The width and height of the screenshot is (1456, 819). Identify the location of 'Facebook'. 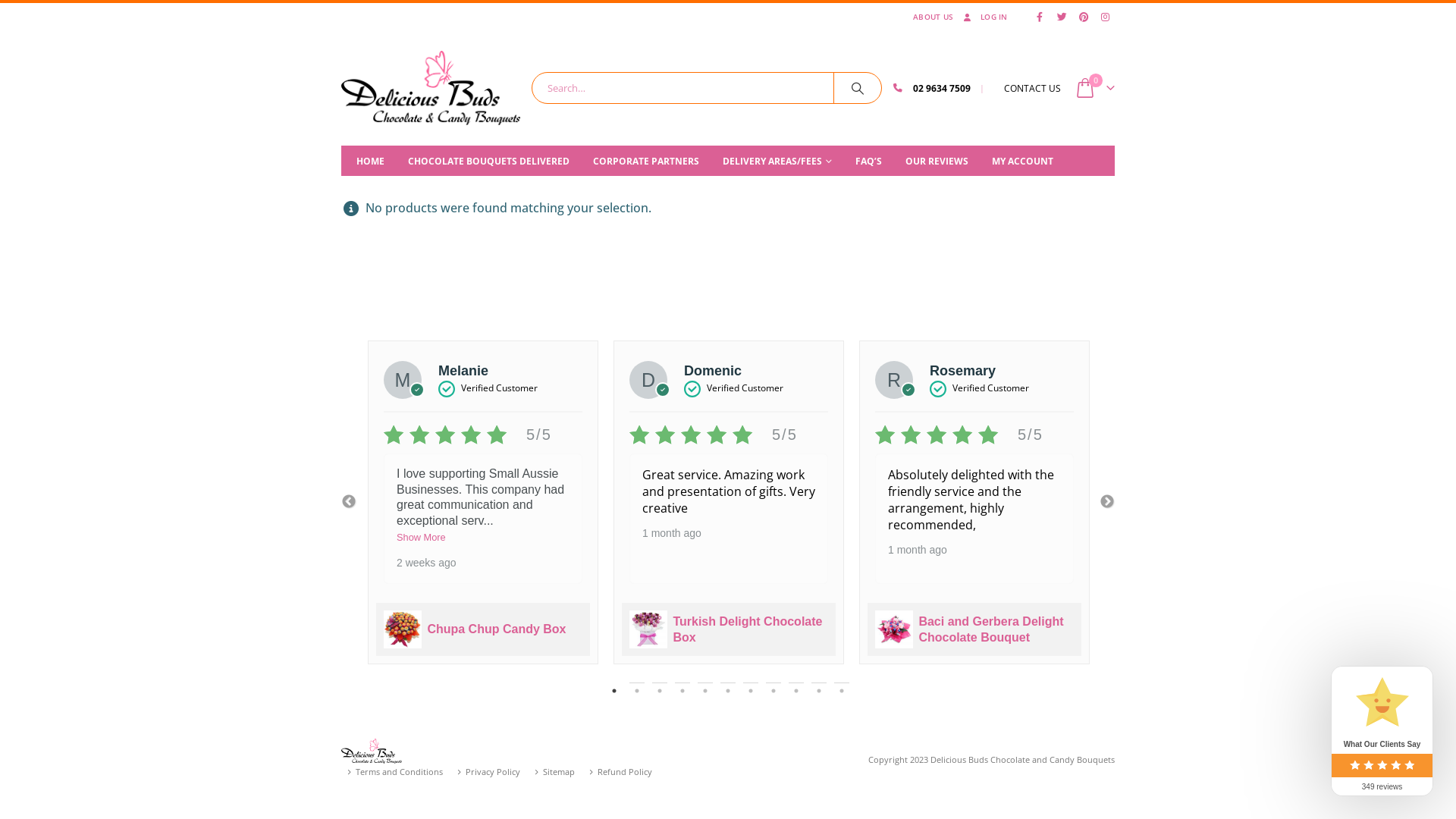
(1040, 17).